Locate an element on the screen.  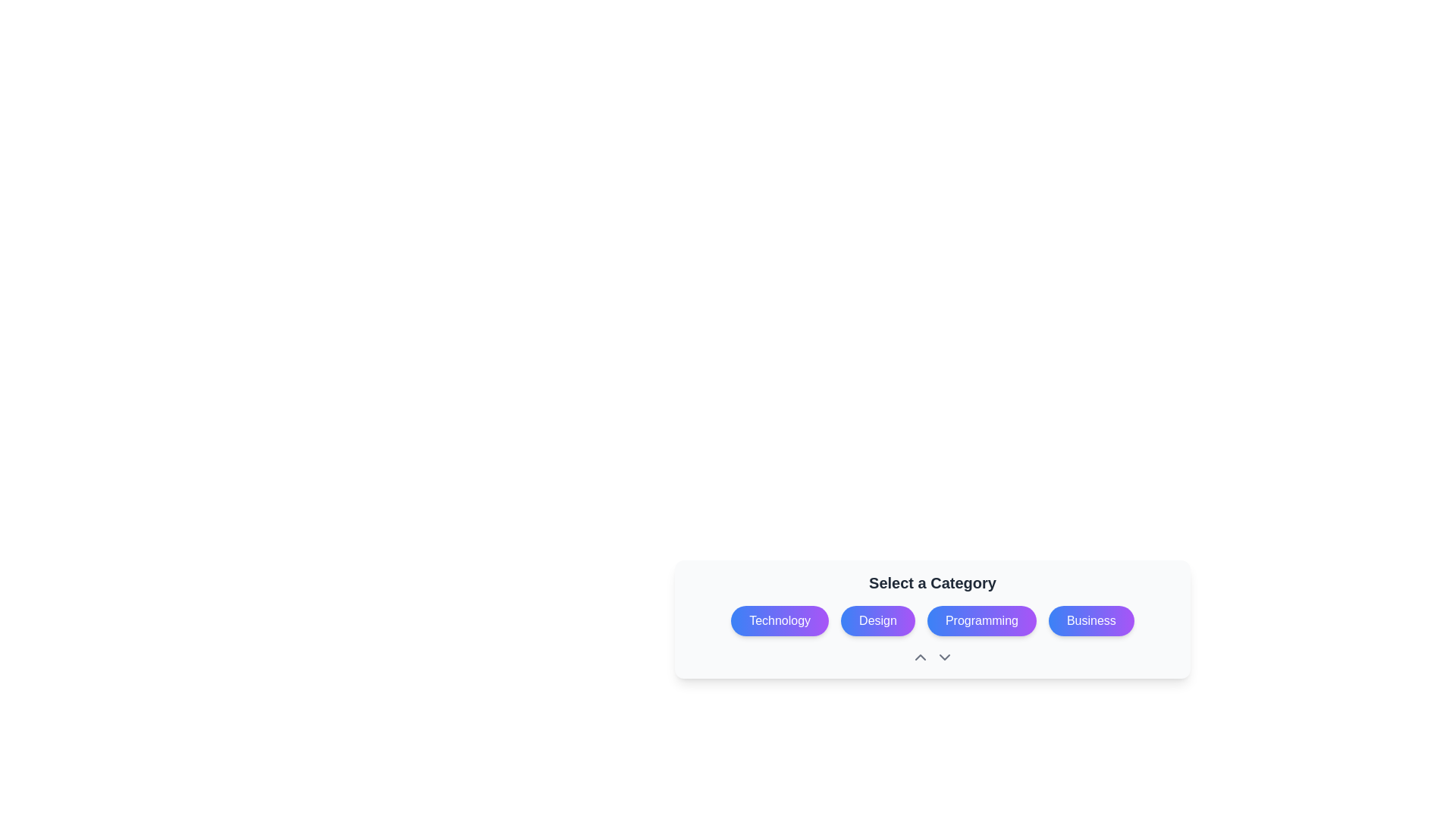
the 'Business' button, which is a rounded rectangular button with a gradient background from blue to purple, centrally aligned text in white, located on the far-right among four buttons under the heading 'Select a Category' is located at coordinates (1090, 620).